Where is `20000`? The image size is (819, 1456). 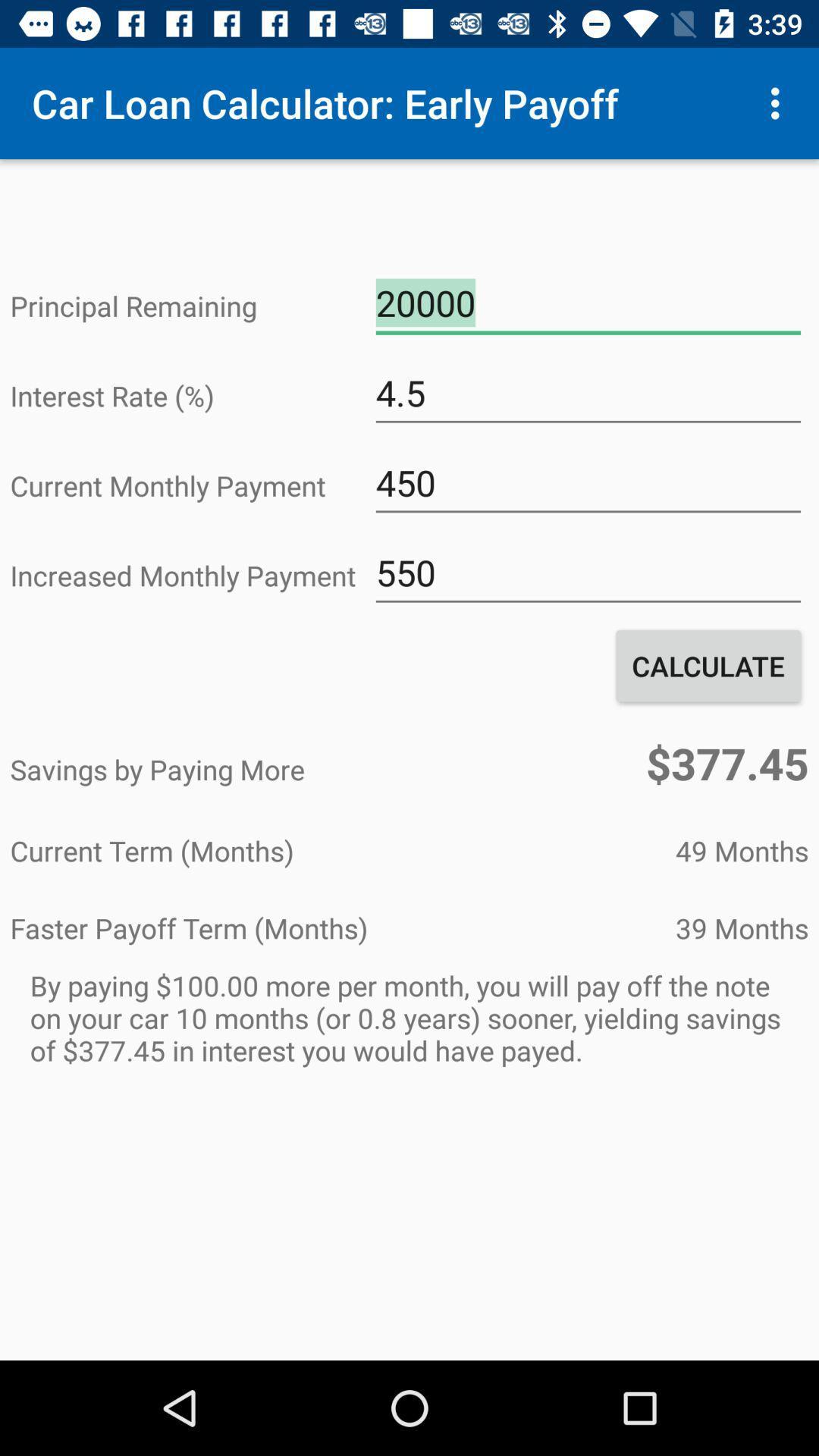
20000 is located at coordinates (587, 303).